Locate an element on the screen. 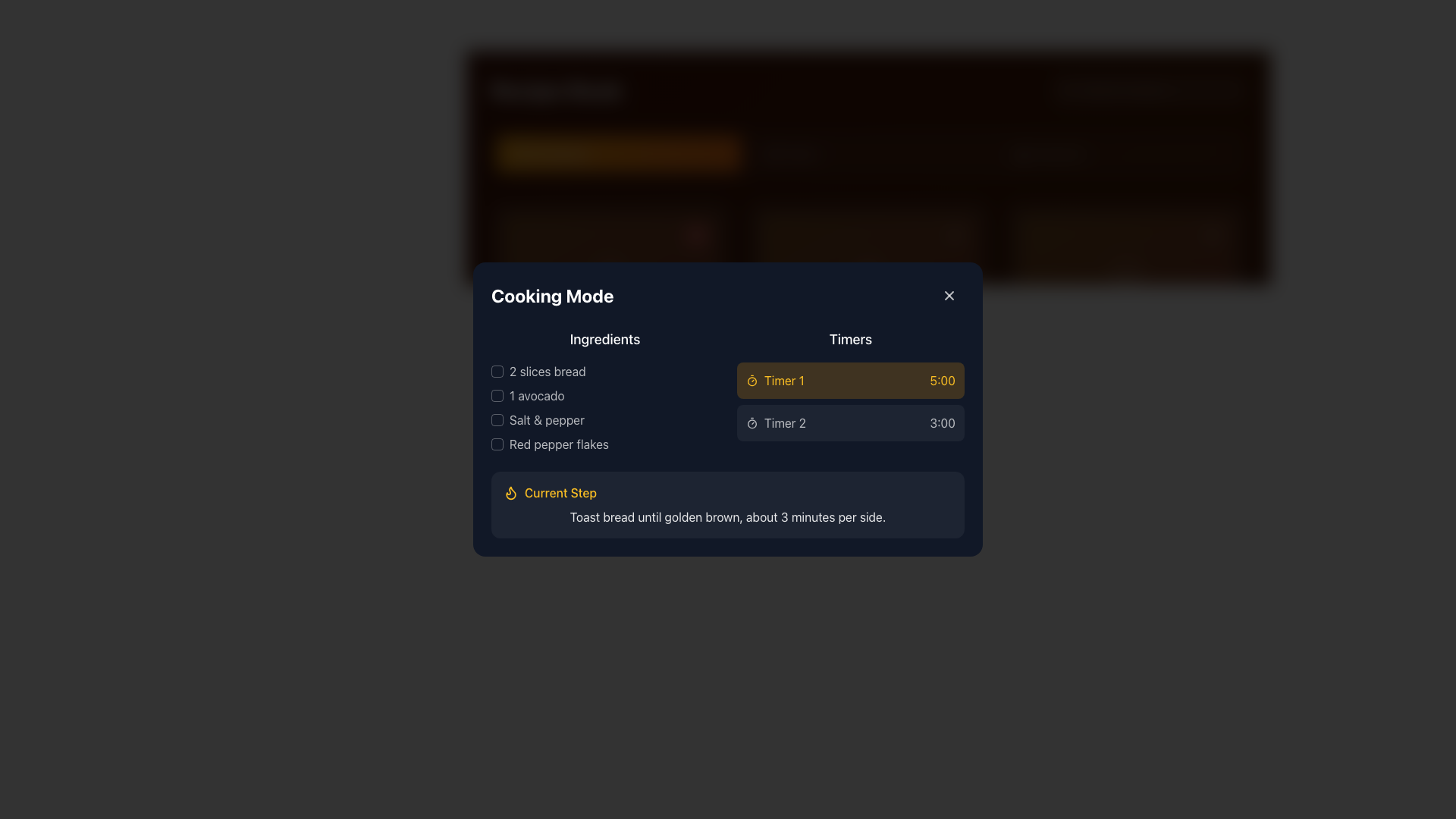  the Text element displaying the remaining time for 'Timer 2' in the cooking mode interface, located on the right side of the 'Timer 2' label within the 'Timers' section of the 'Cooking Mode' modal is located at coordinates (942, 423).